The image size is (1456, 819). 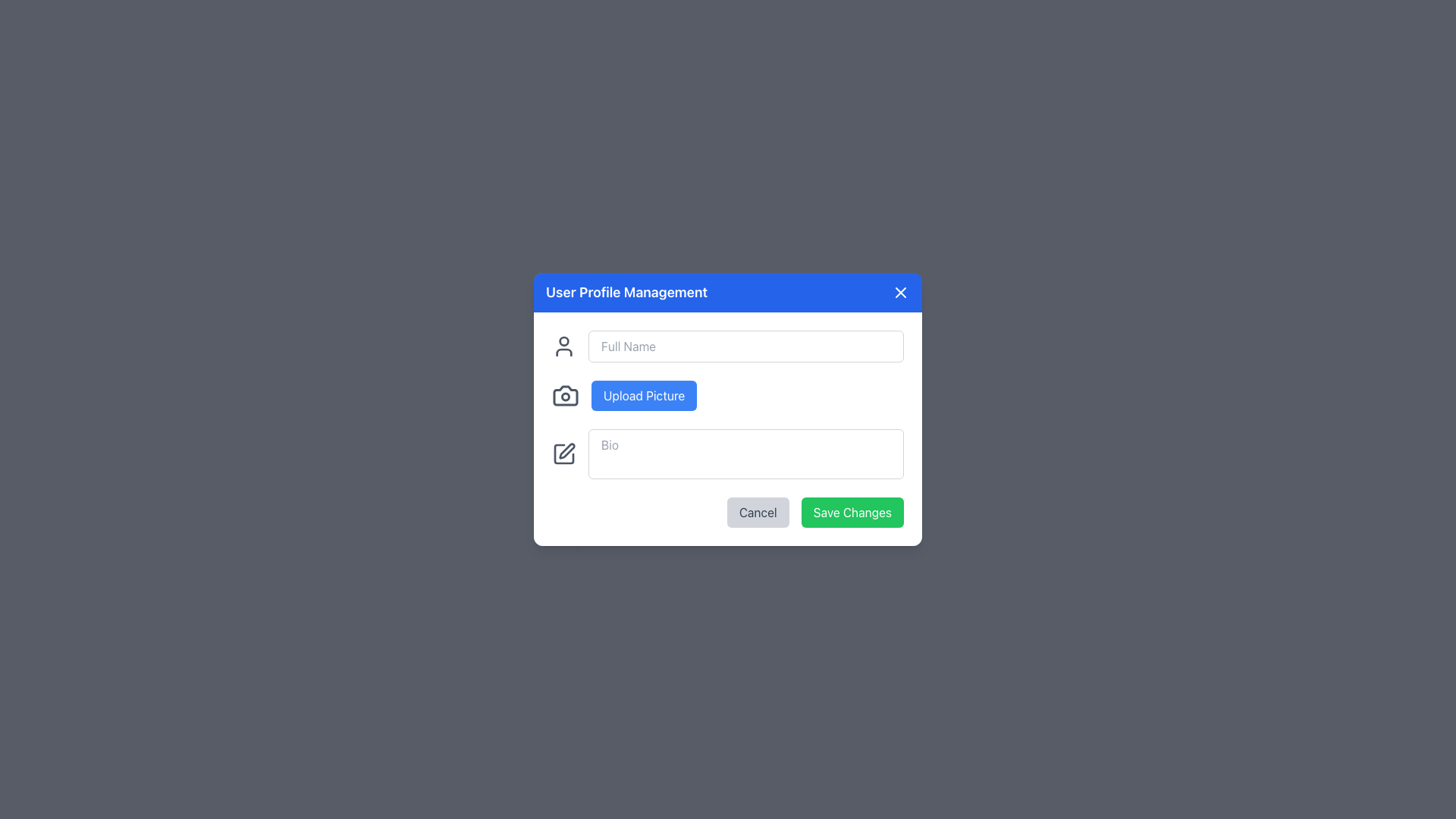 What do you see at coordinates (564, 396) in the screenshot?
I see `the decorative circle that is part of the camera icon located to the left of the 'Upload Picture' button in the dialog box` at bounding box center [564, 396].